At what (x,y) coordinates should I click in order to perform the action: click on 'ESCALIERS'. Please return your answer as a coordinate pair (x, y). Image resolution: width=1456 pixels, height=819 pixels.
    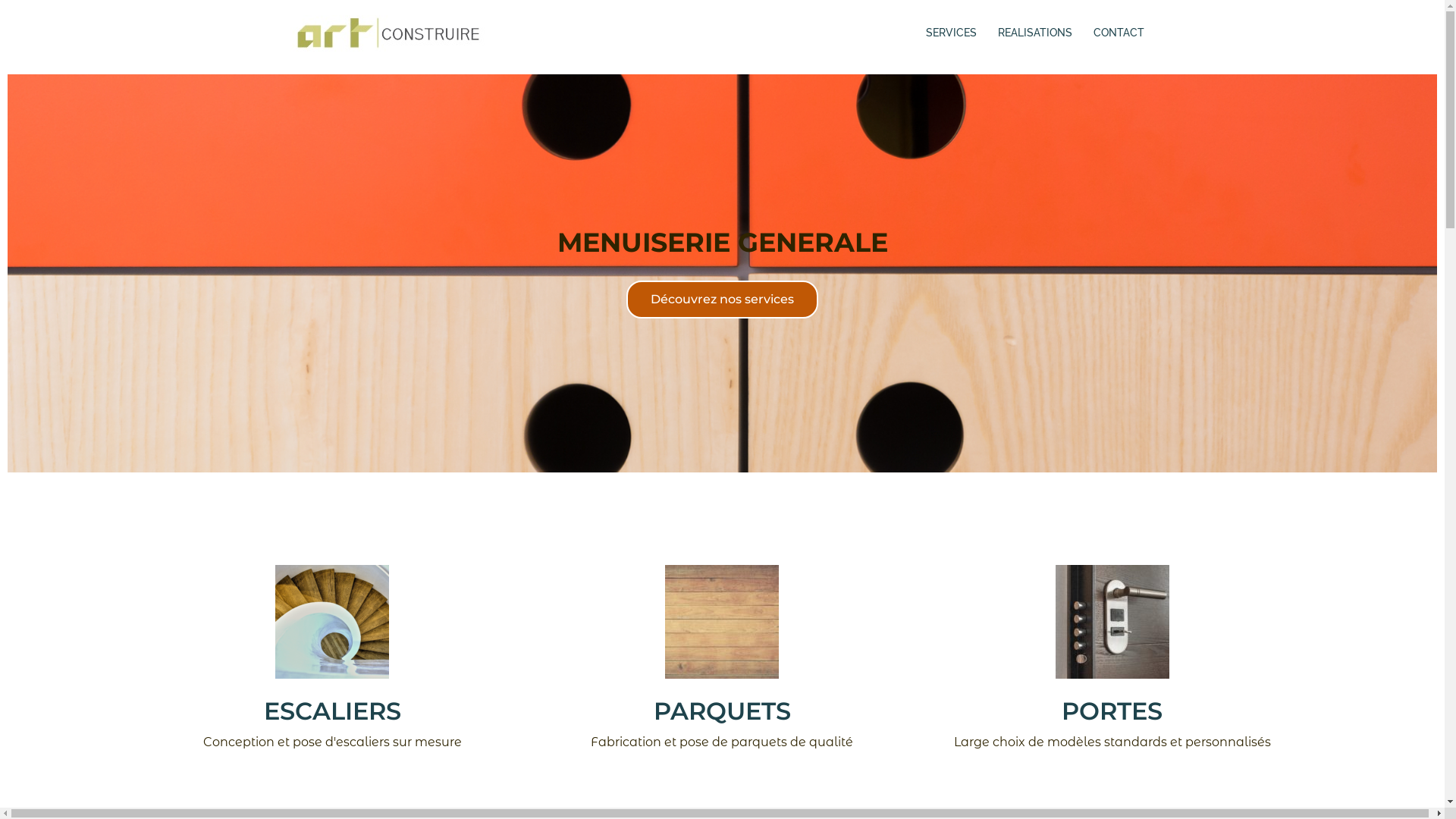
    Looking at the image, I should click on (331, 711).